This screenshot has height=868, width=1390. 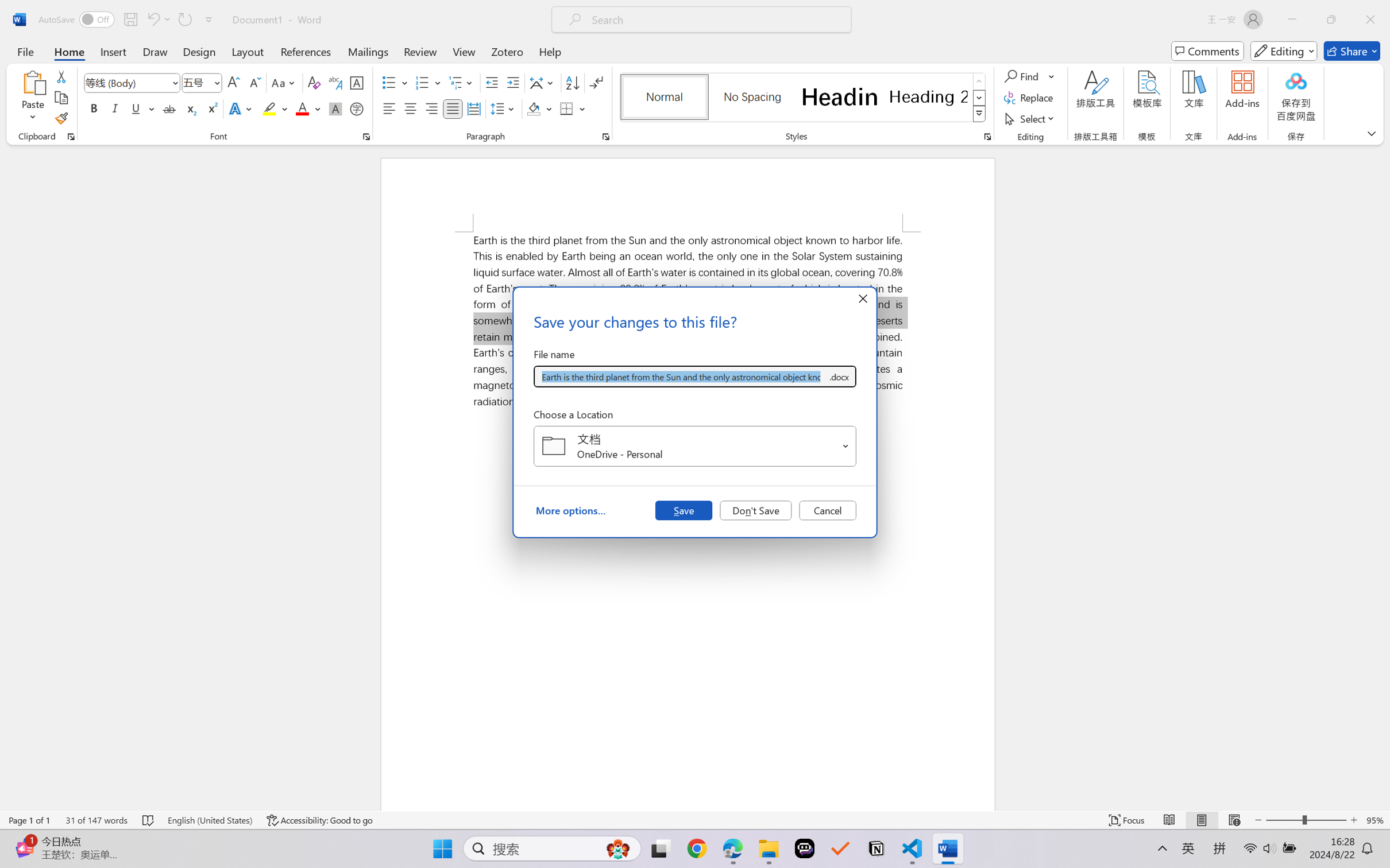 I want to click on 'Increase Indent', so click(x=512, y=83).